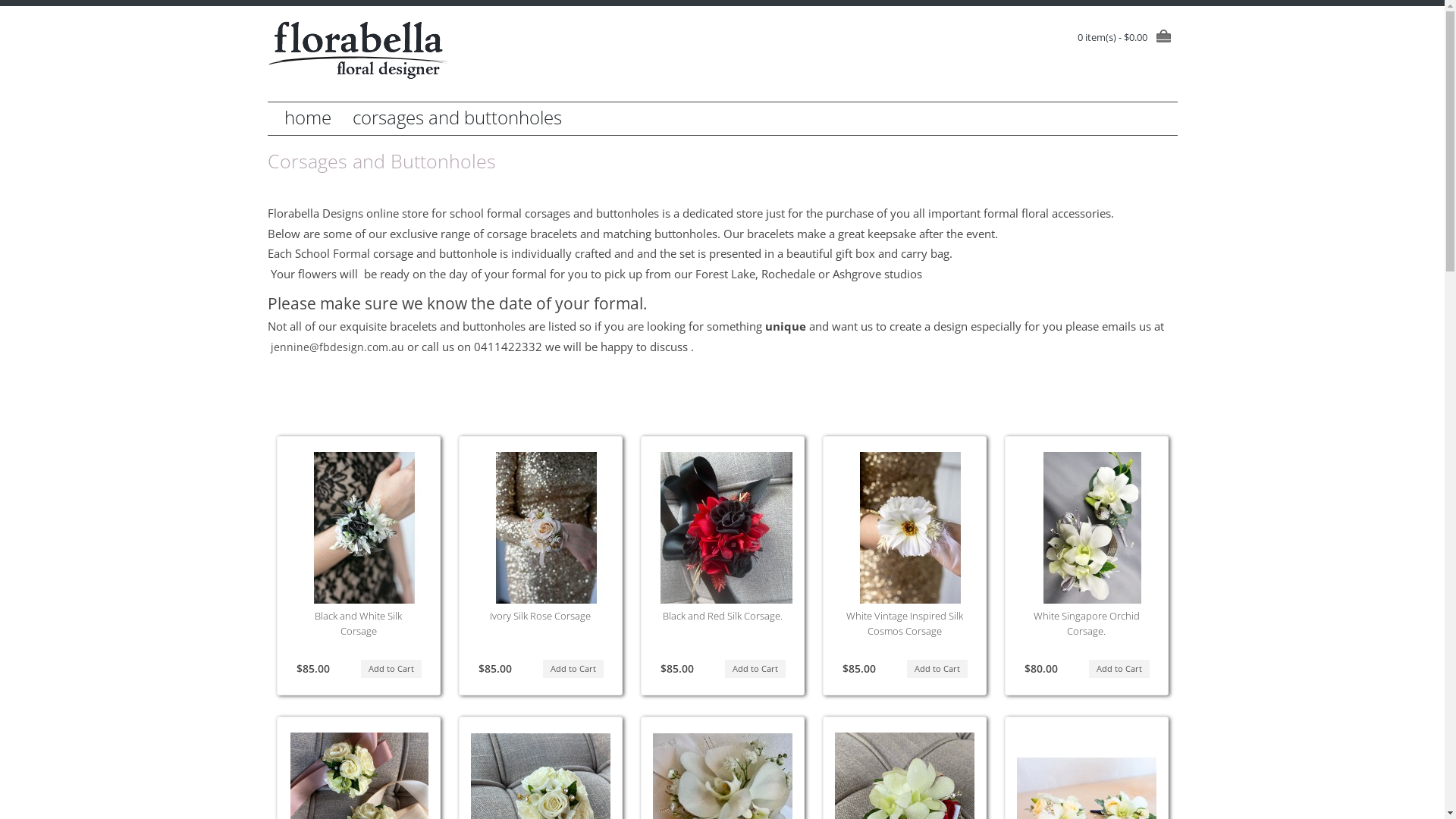 The height and width of the screenshot is (819, 1456). Describe the element at coordinates (356, 49) in the screenshot. I see `'Florabella Design'` at that location.